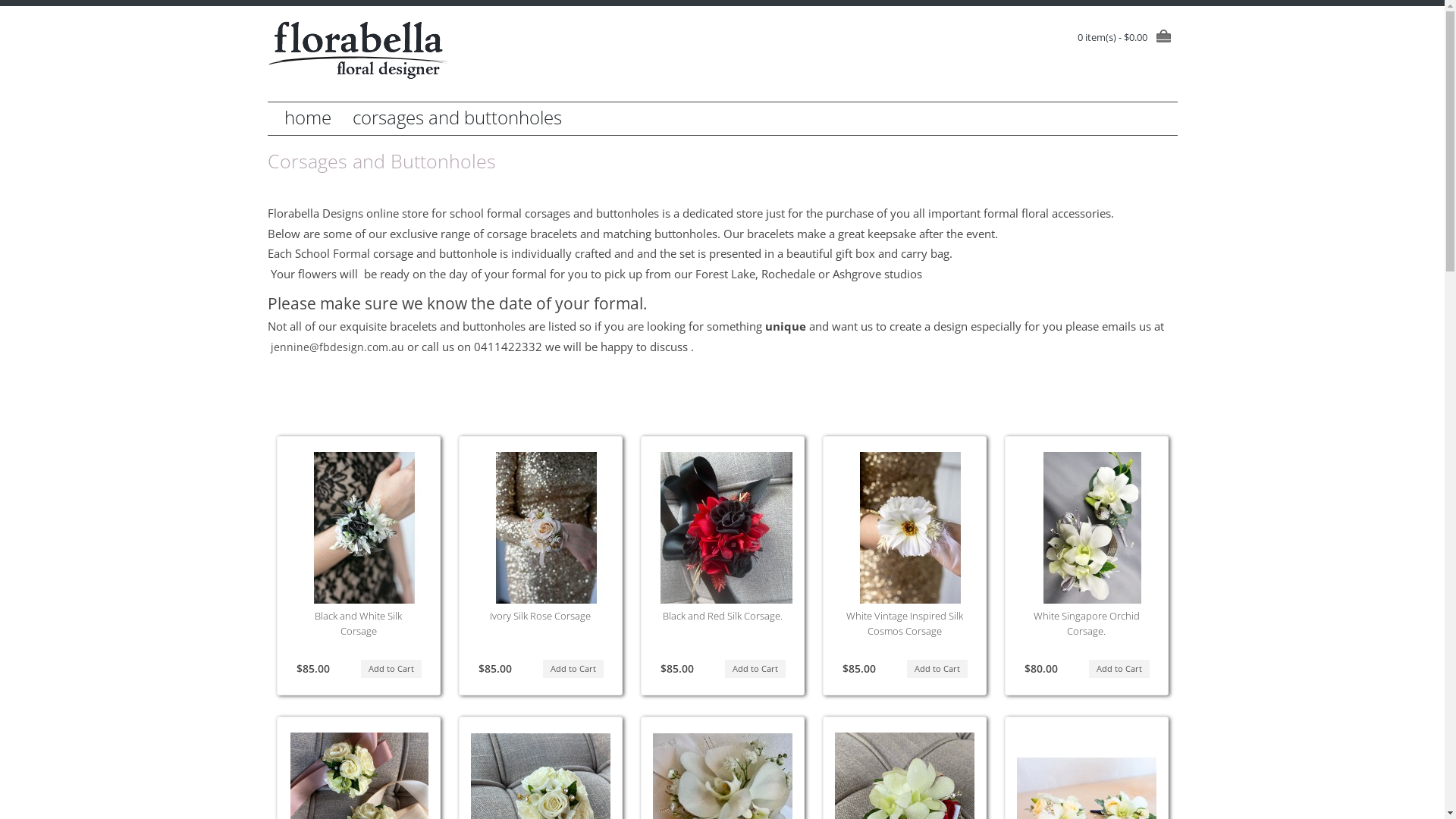 The height and width of the screenshot is (819, 1456). Describe the element at coordinates (356, 49) in the screenshot. I see `'Florabella Design'` at that location.